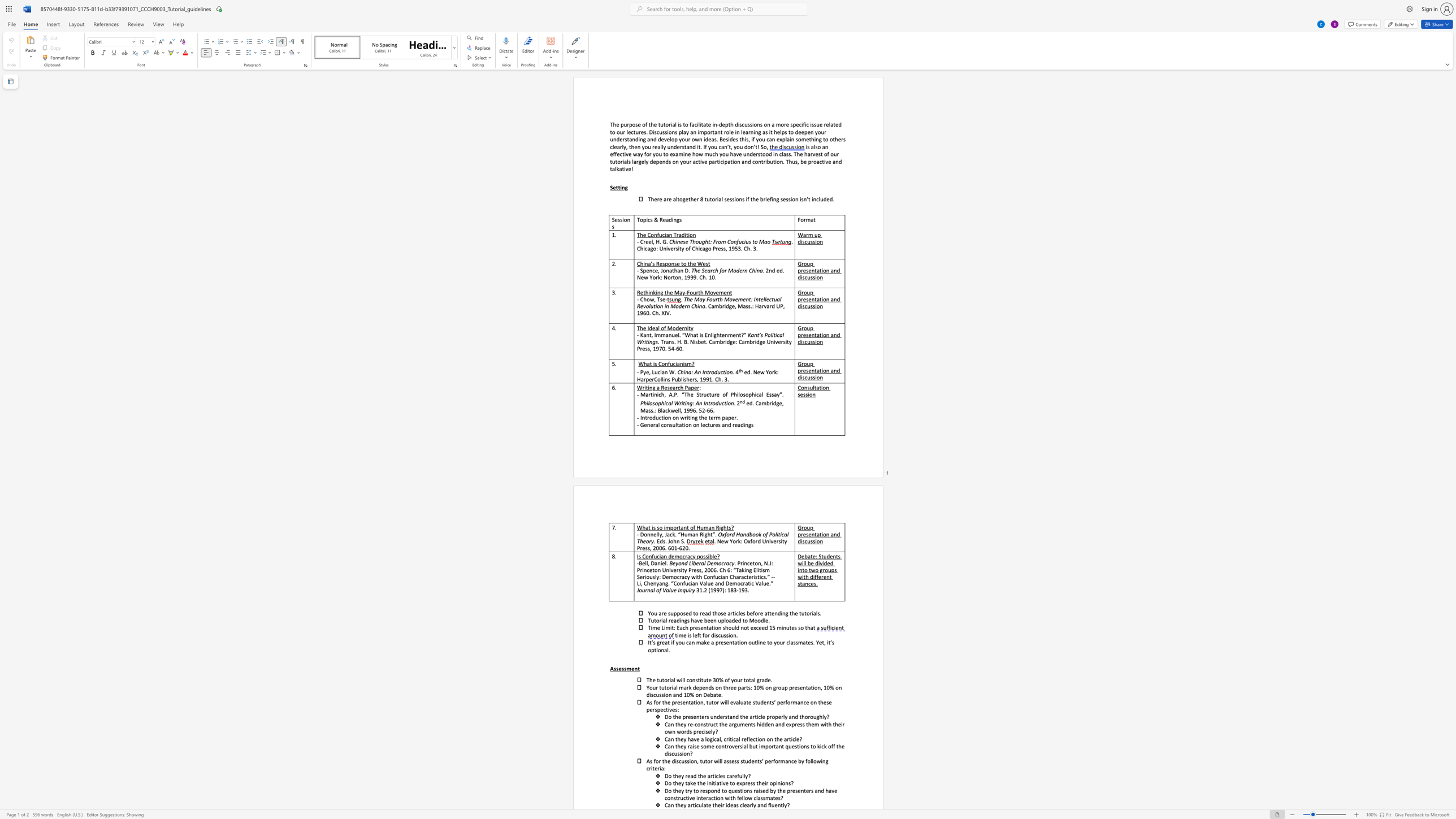 The width and height of the screenshot is (1456, 819). I want to click on the 1th character "s" in the text, so click(669, 161).